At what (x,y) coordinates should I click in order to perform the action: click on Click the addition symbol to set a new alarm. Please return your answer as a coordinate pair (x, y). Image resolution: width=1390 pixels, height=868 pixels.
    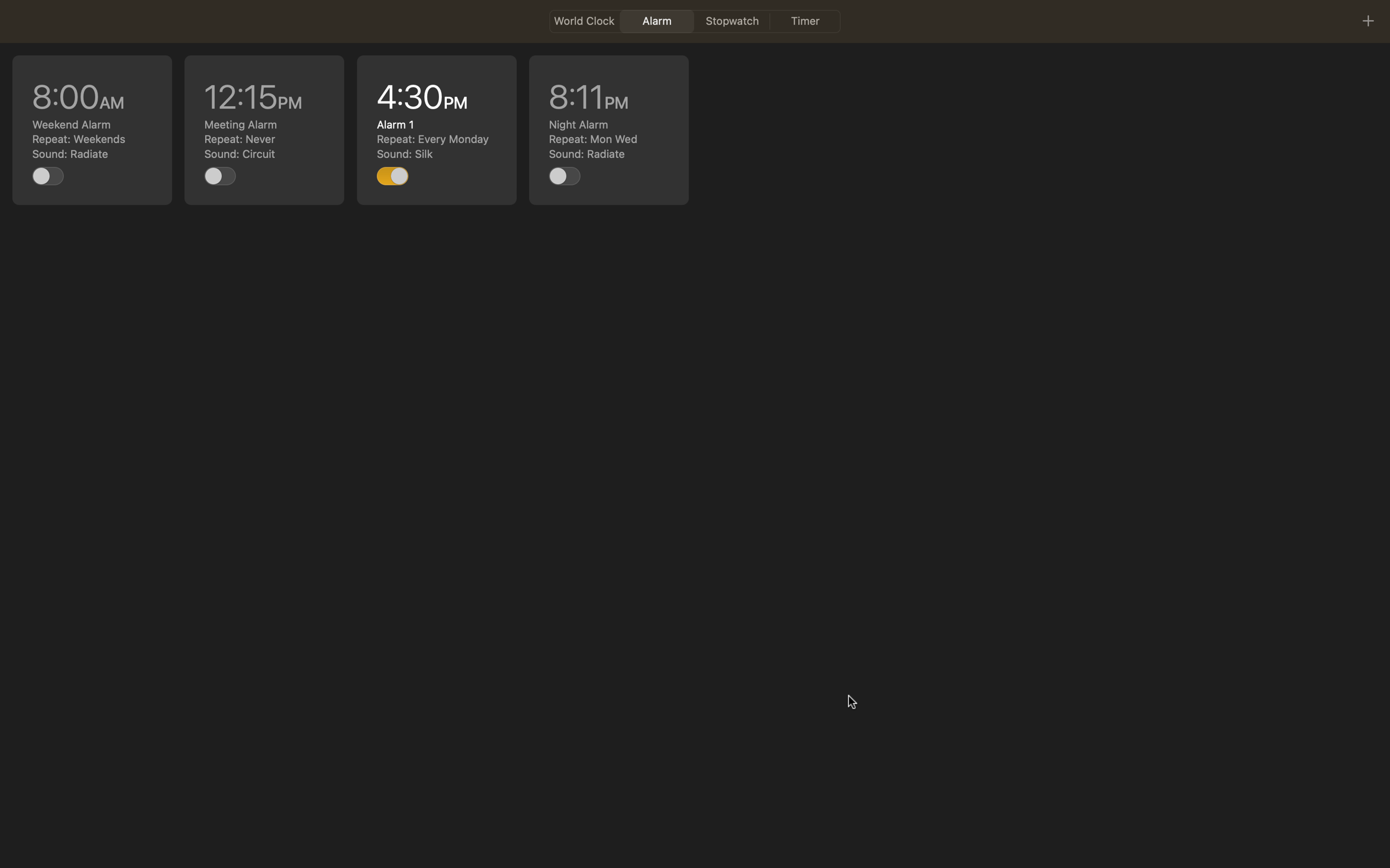
    Looking at the image, I should click on (1367, 20).